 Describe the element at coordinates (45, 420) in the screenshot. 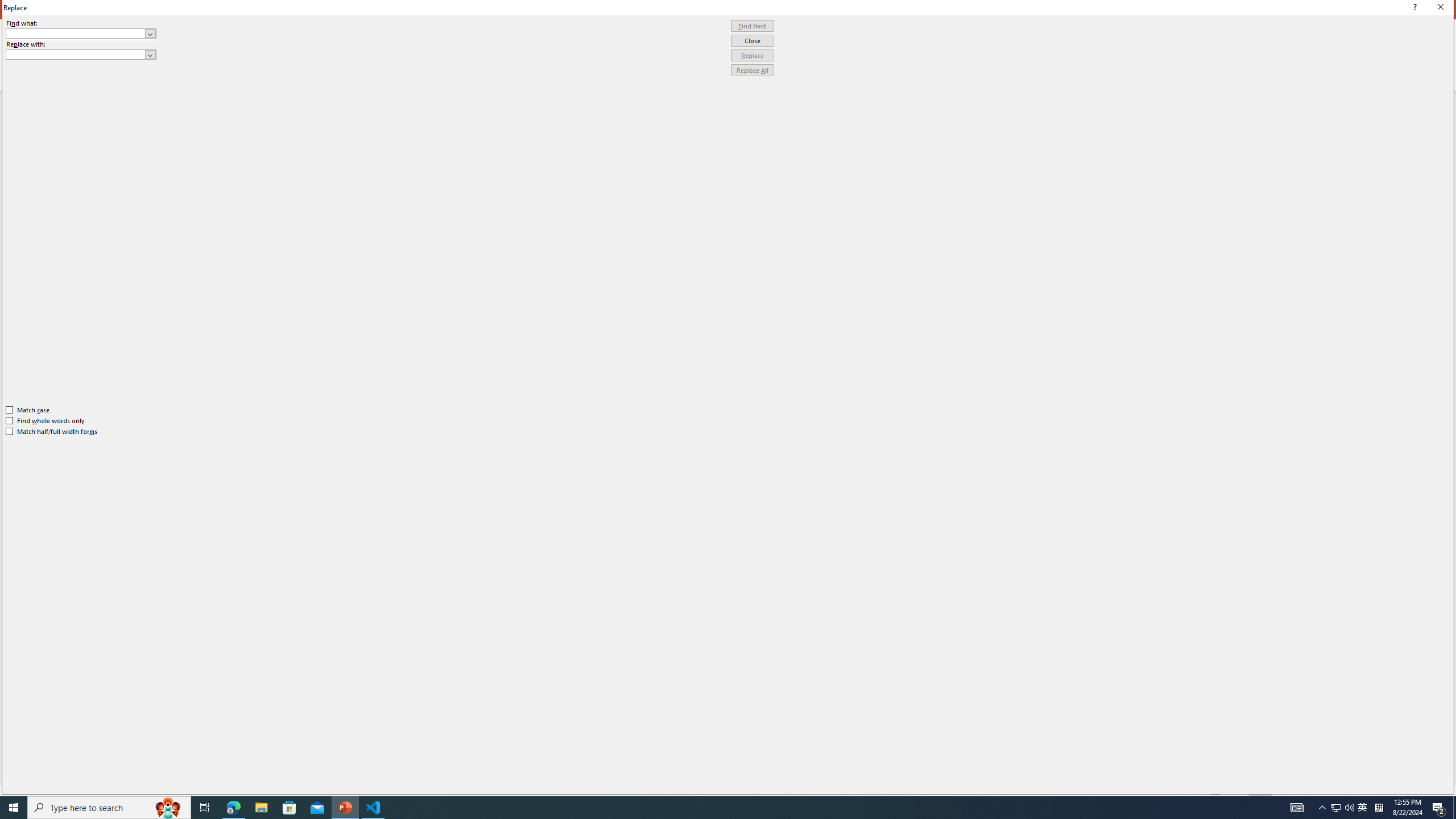

I see `'Find whole words only'` at that location.